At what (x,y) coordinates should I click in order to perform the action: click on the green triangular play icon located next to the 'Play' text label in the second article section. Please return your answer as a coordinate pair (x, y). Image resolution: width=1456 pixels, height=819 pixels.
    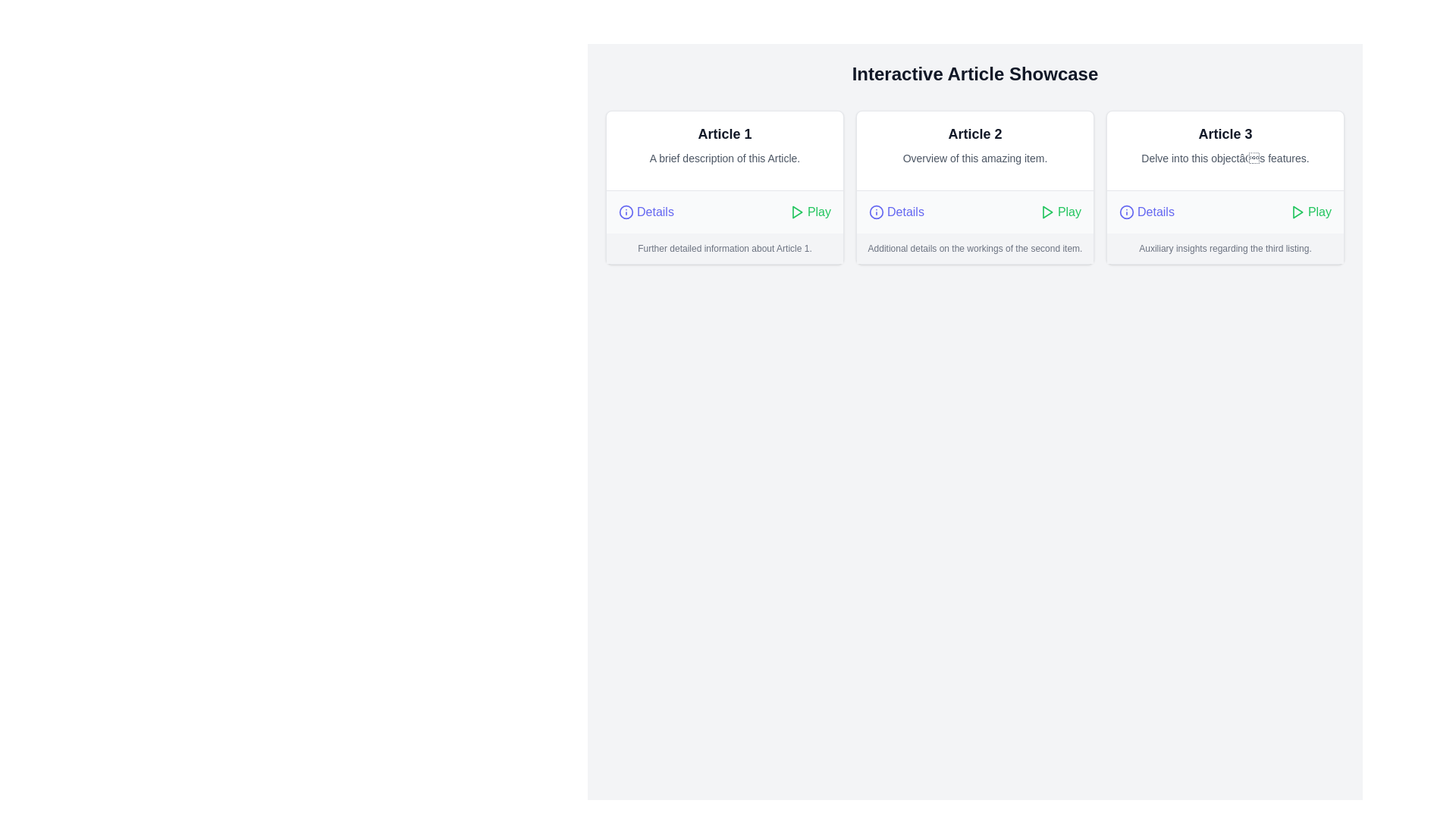
    Looking at the image, I should click on (1046, 212).